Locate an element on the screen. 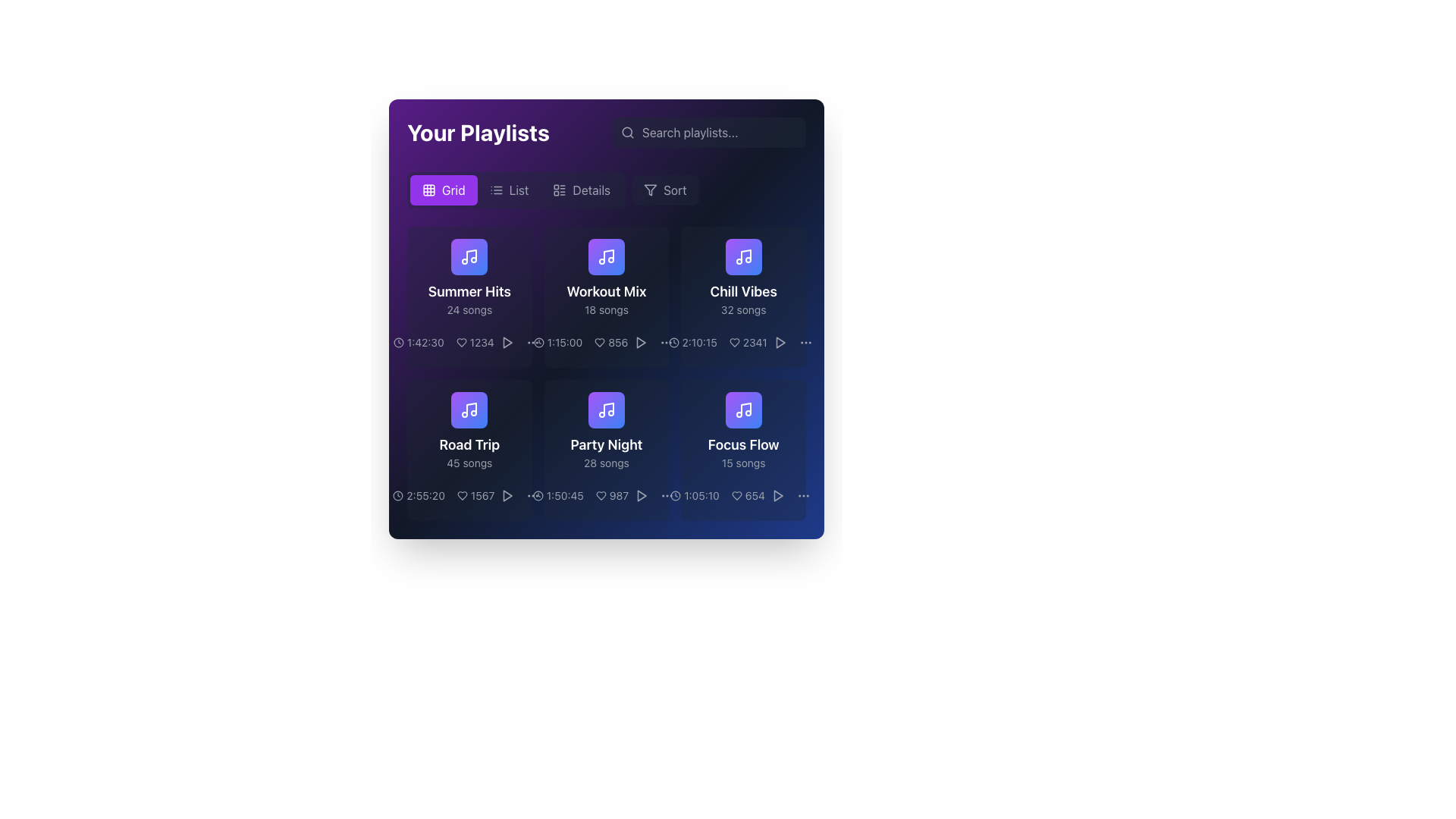 Image resolution: width=1456 pixels, height=819 pixels. the grid icon button with a purple background and white grid design is located at coordinates (428, 189).